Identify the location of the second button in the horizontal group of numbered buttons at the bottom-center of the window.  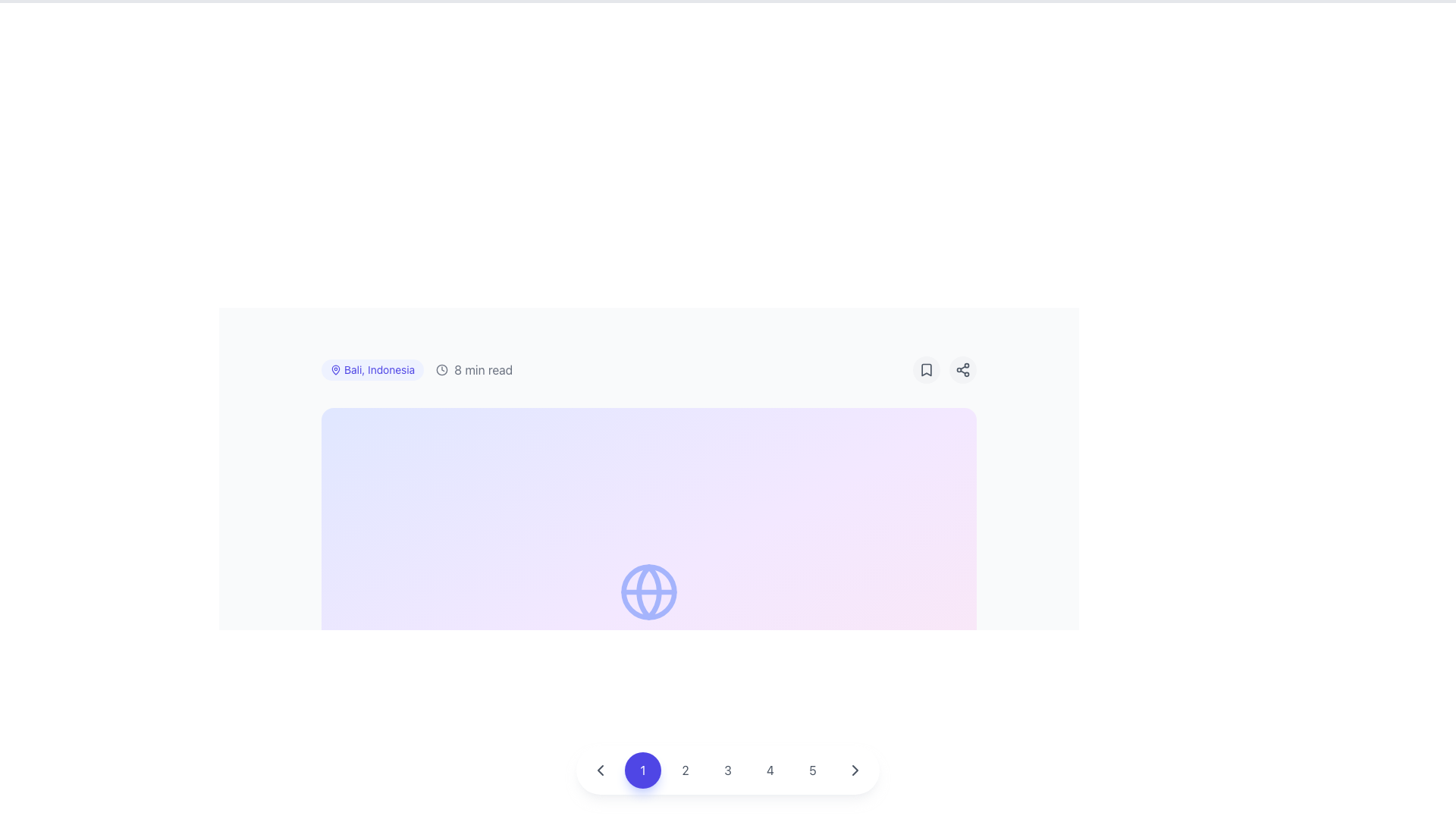
(643, 770).